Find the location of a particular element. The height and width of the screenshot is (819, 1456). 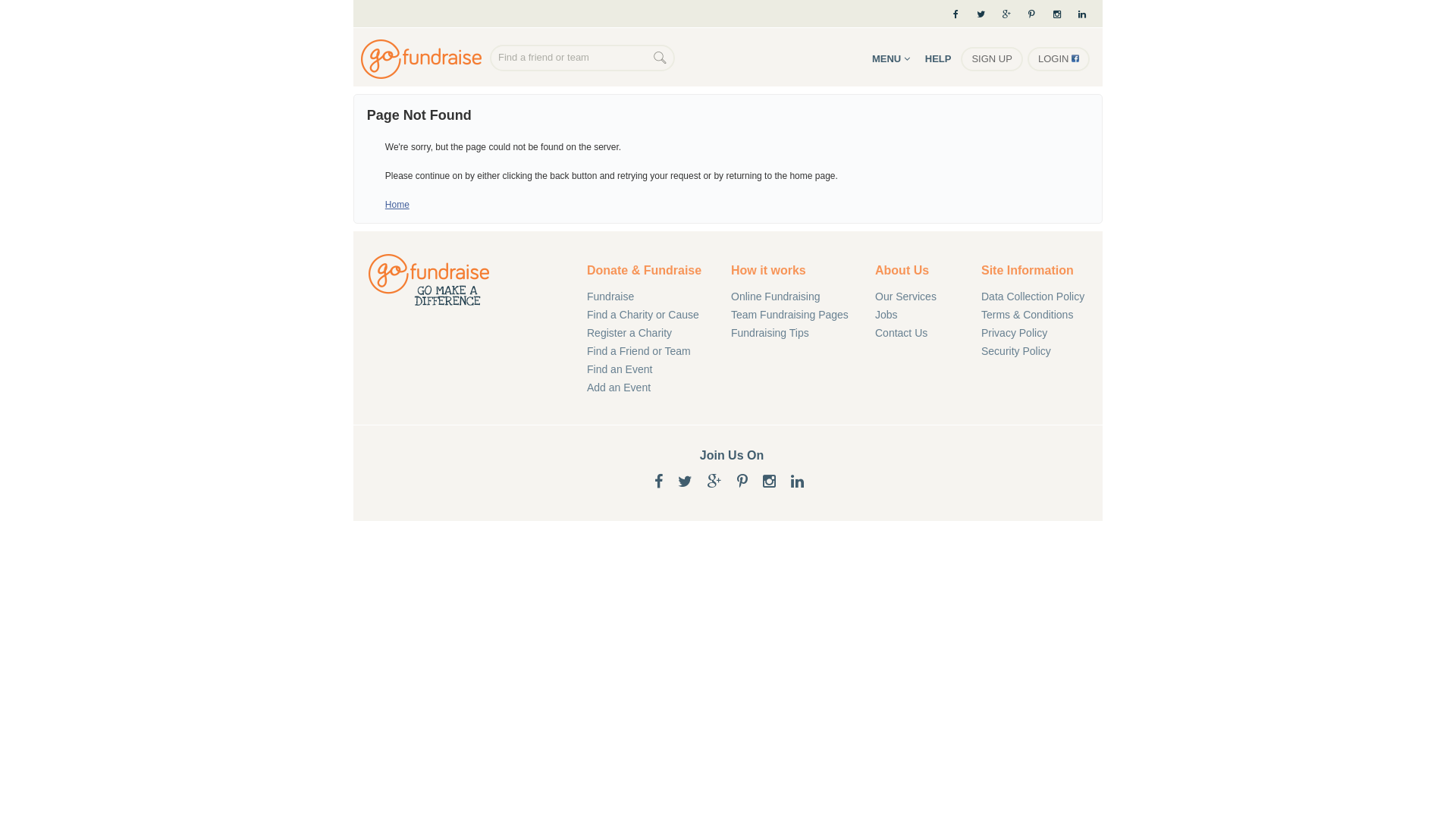

'Team Fundraising Pages' is located at coordinates (790, 314).